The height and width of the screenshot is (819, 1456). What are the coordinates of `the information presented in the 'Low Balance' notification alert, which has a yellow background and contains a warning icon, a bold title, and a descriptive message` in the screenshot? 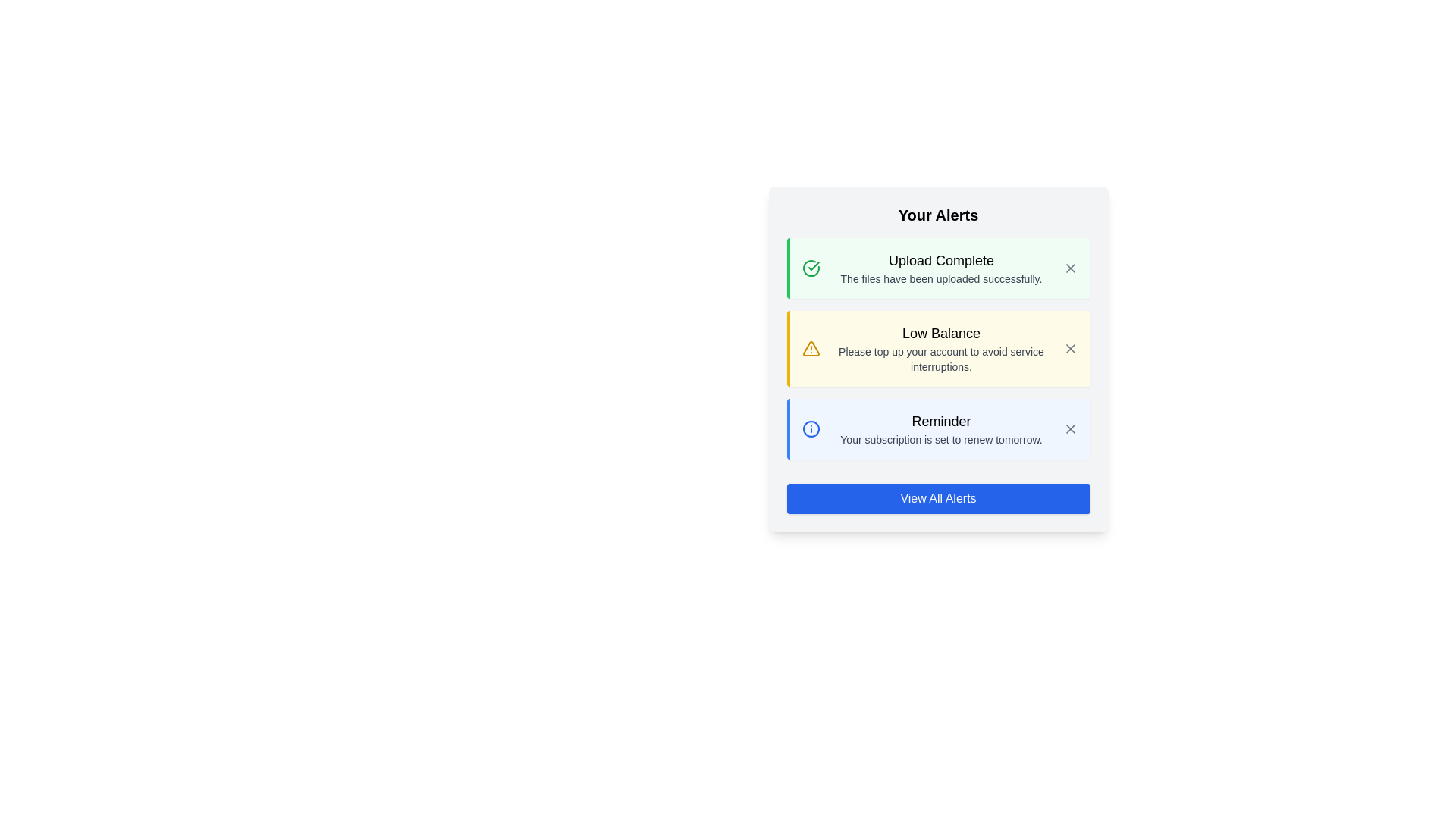 It's located at (937, 348).